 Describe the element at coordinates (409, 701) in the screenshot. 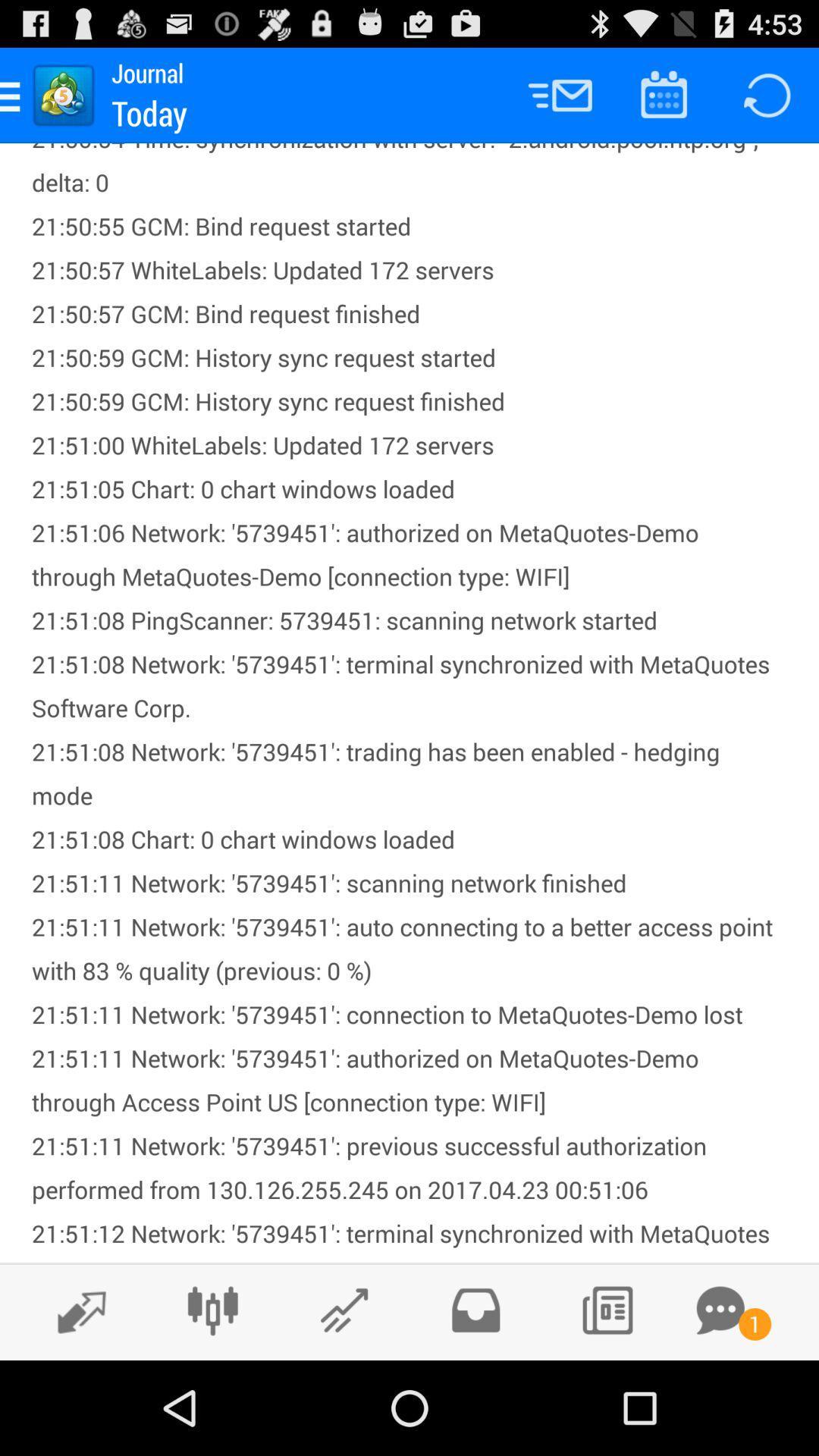

I see `21 50 54` at that location.